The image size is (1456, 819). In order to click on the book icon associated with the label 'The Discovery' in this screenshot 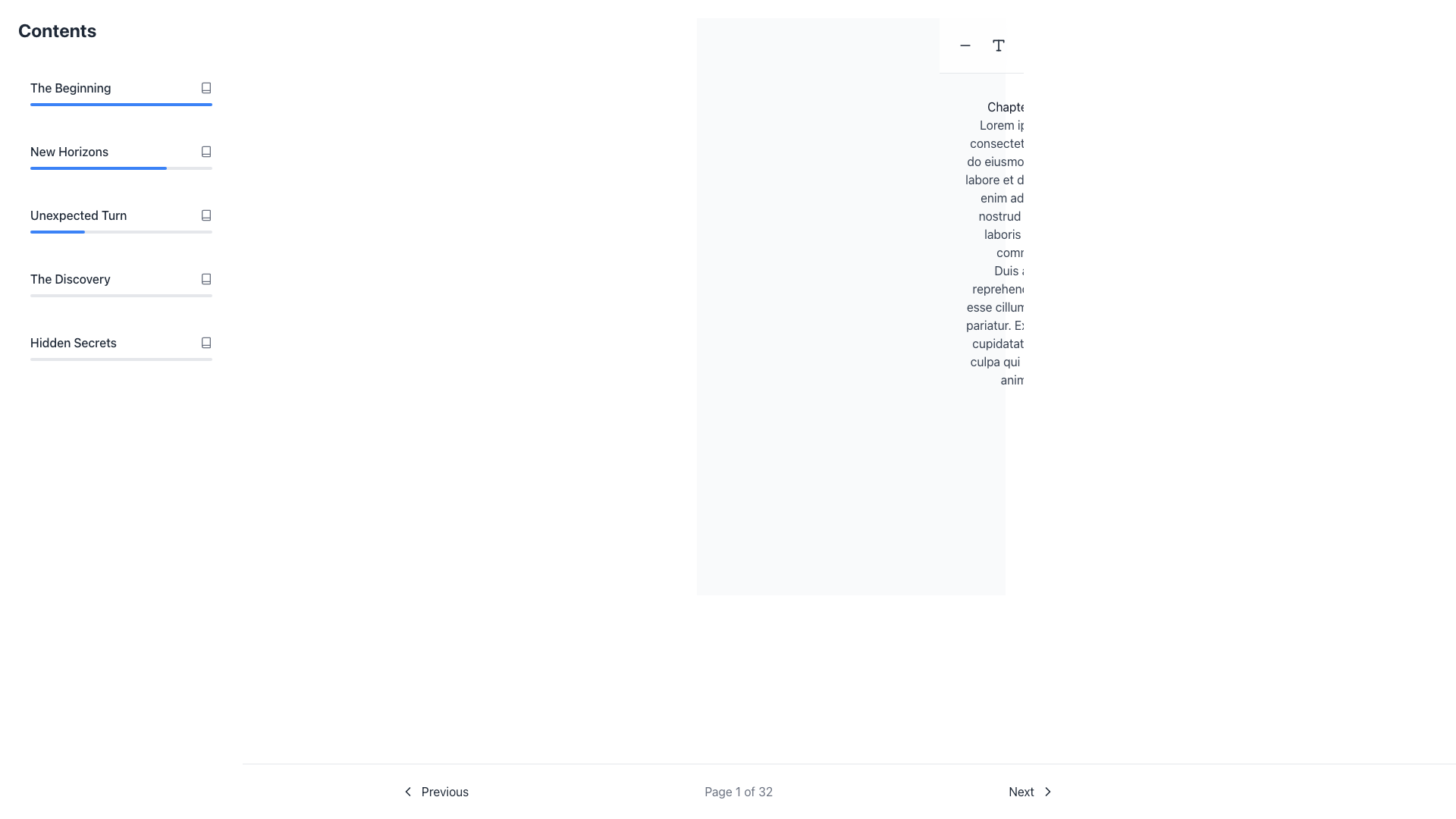, I will do `click(206, 278)`.